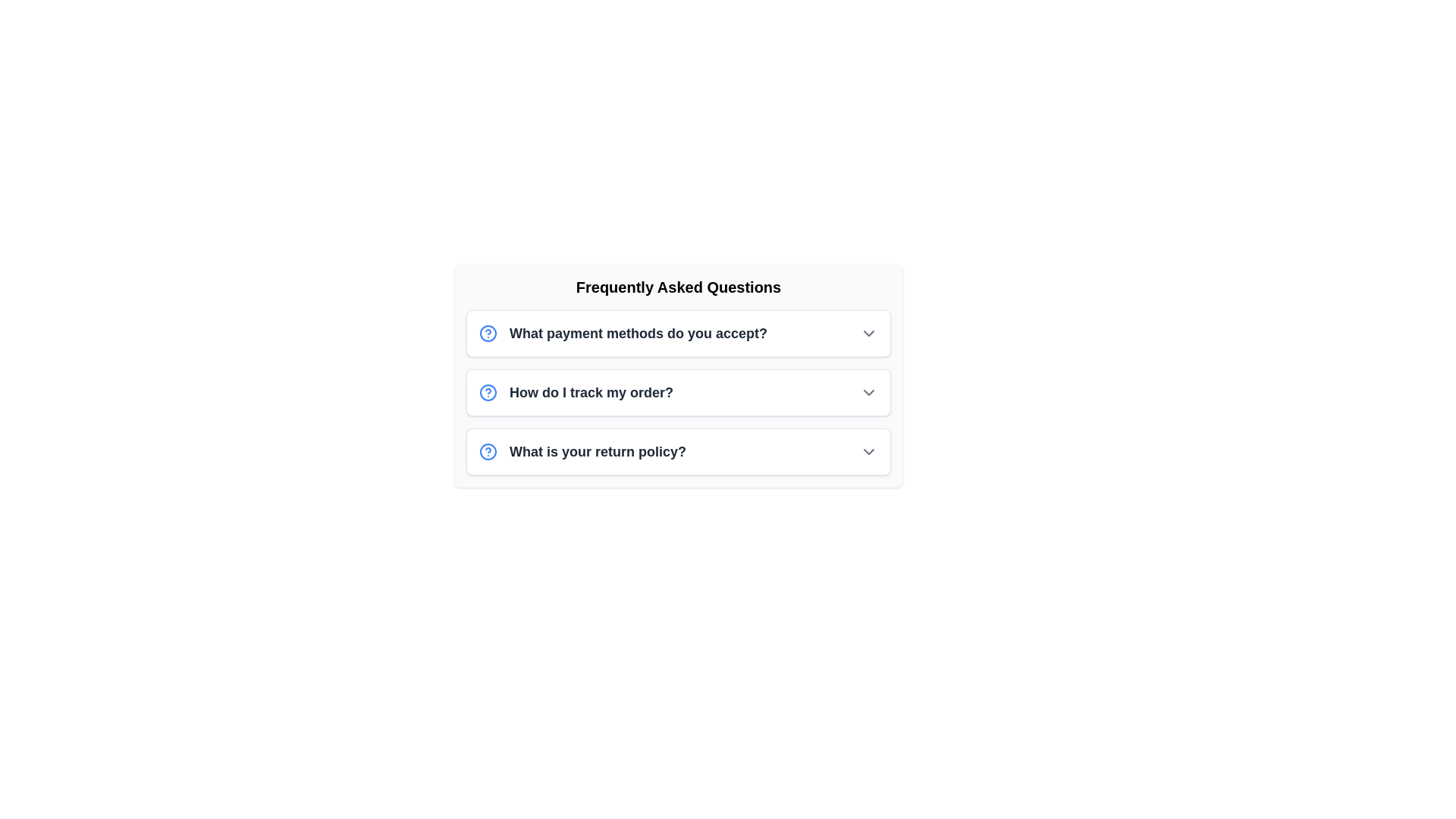  I want to click on the FAQ title text element, which is located below the 'Frequently Asked Questions' section title and has a help icon on the left and a dropdown arrow icon on the right, so click(623, 332).